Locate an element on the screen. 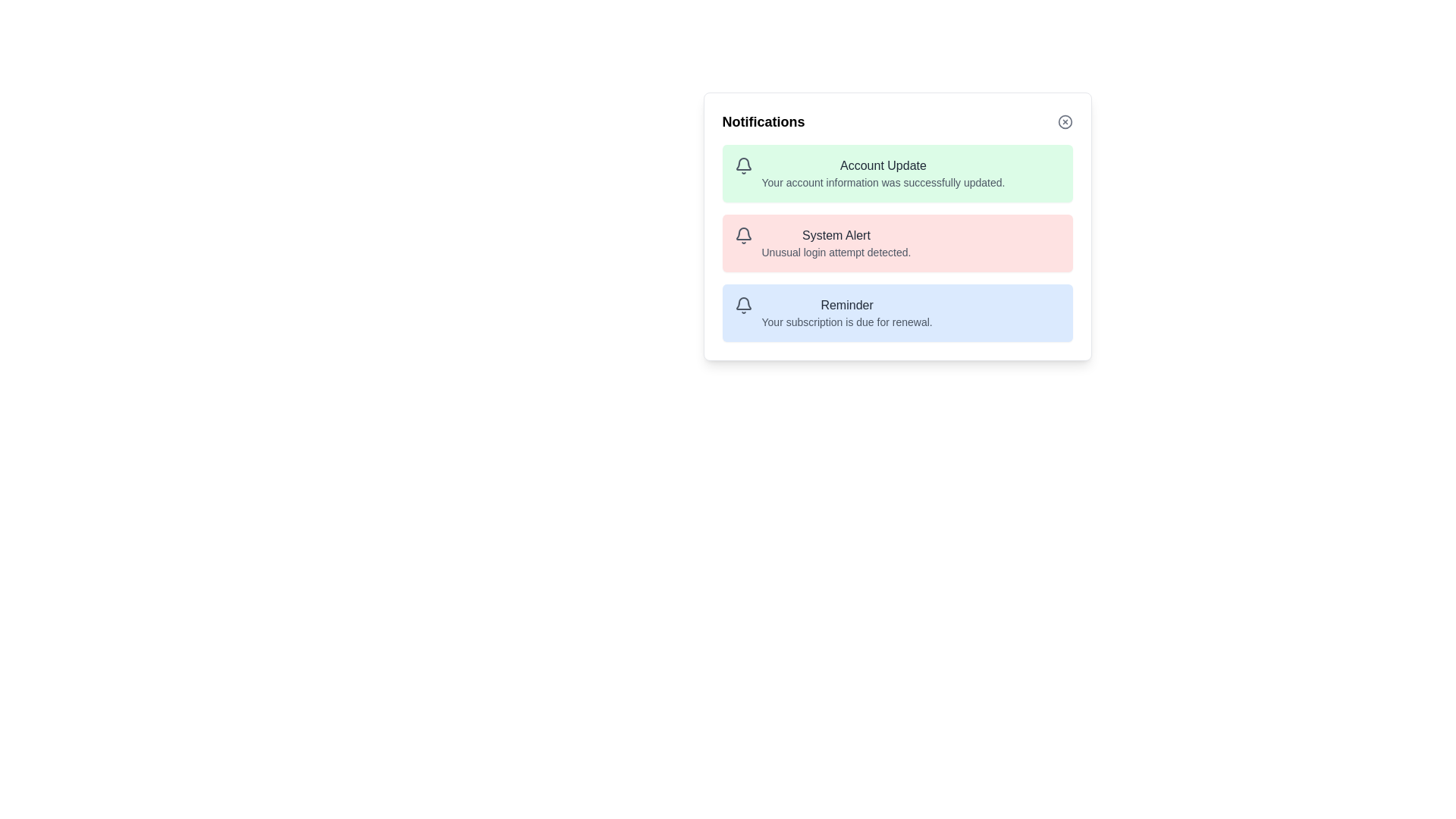 This screenshot has width=1456, height=819. the Informational Card displaying a reminder about subscription renewal, which is the third card in the notification alerts list is located at coordinates (897, 312).